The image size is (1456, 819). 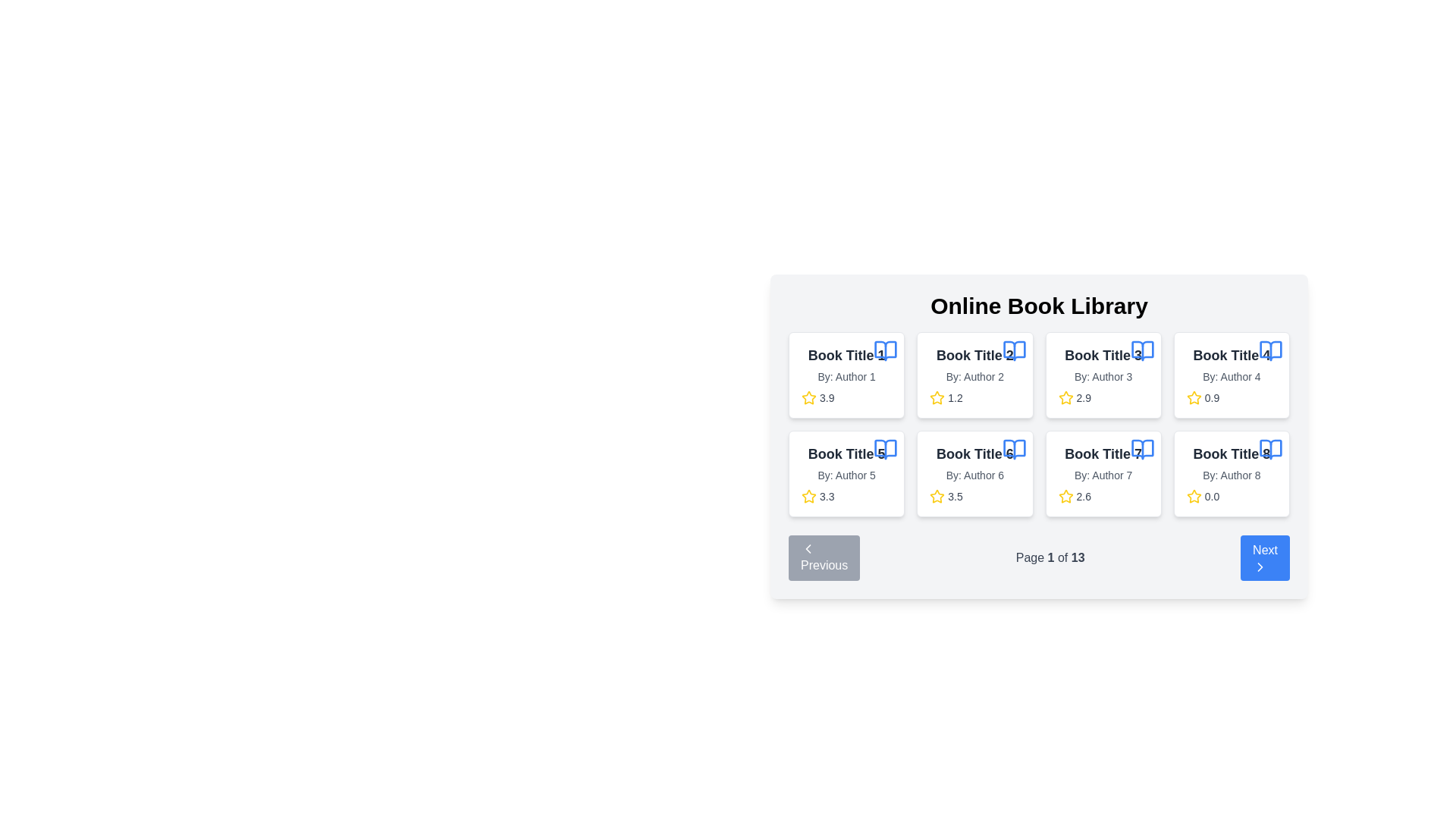 What do you see at coordinates (1065, 397) in the screenshot?
I see `the yellow star icon used for ratings, located below 'Book Title 3' and the rating number '2.9' in the third card of the book grid` at bounding box center [1065, 397].